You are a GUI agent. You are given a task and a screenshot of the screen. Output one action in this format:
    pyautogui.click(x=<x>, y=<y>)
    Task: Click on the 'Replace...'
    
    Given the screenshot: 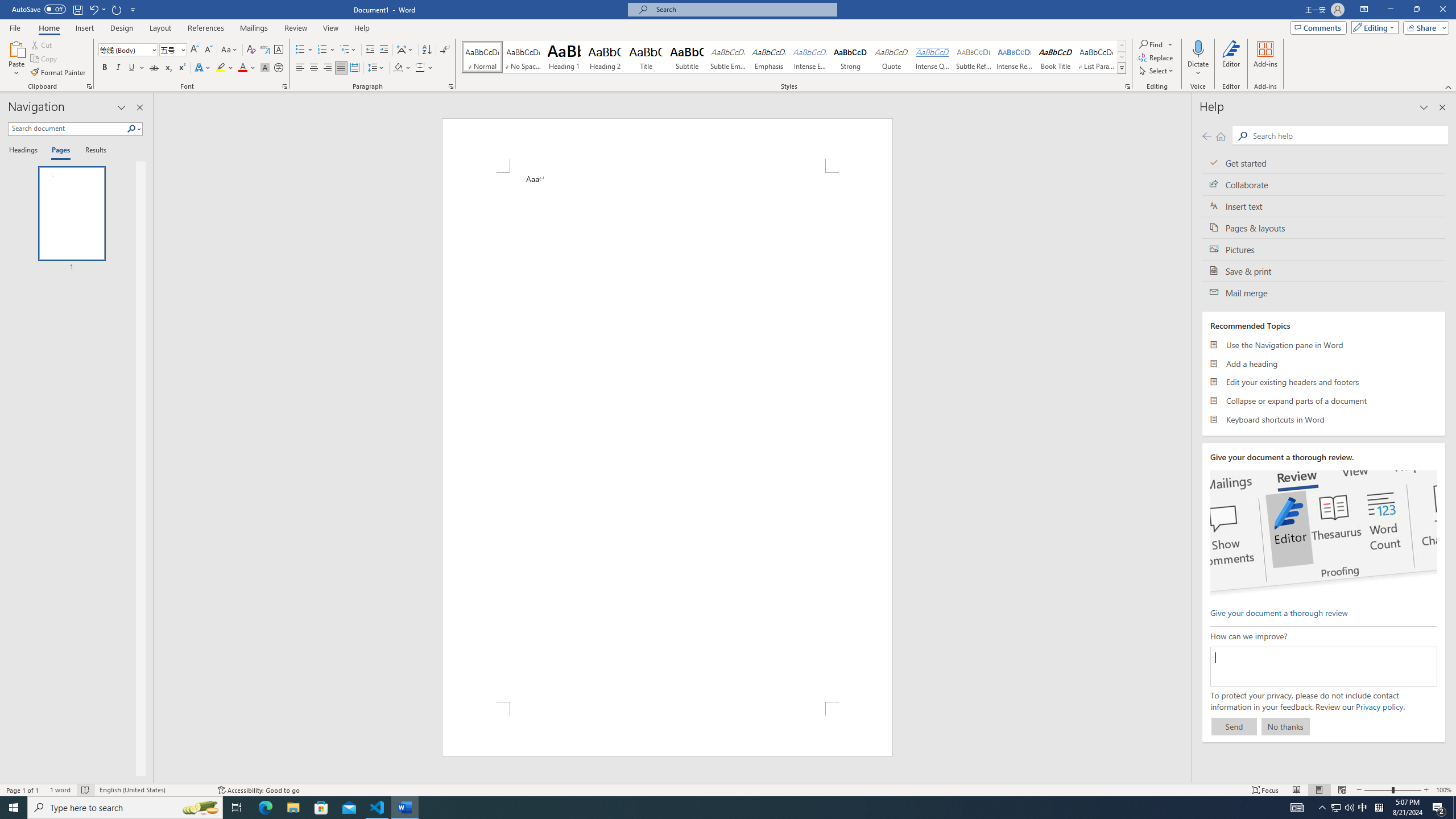 What is the action you would take?
    pyautogui.click(x=1156, y=56)
    